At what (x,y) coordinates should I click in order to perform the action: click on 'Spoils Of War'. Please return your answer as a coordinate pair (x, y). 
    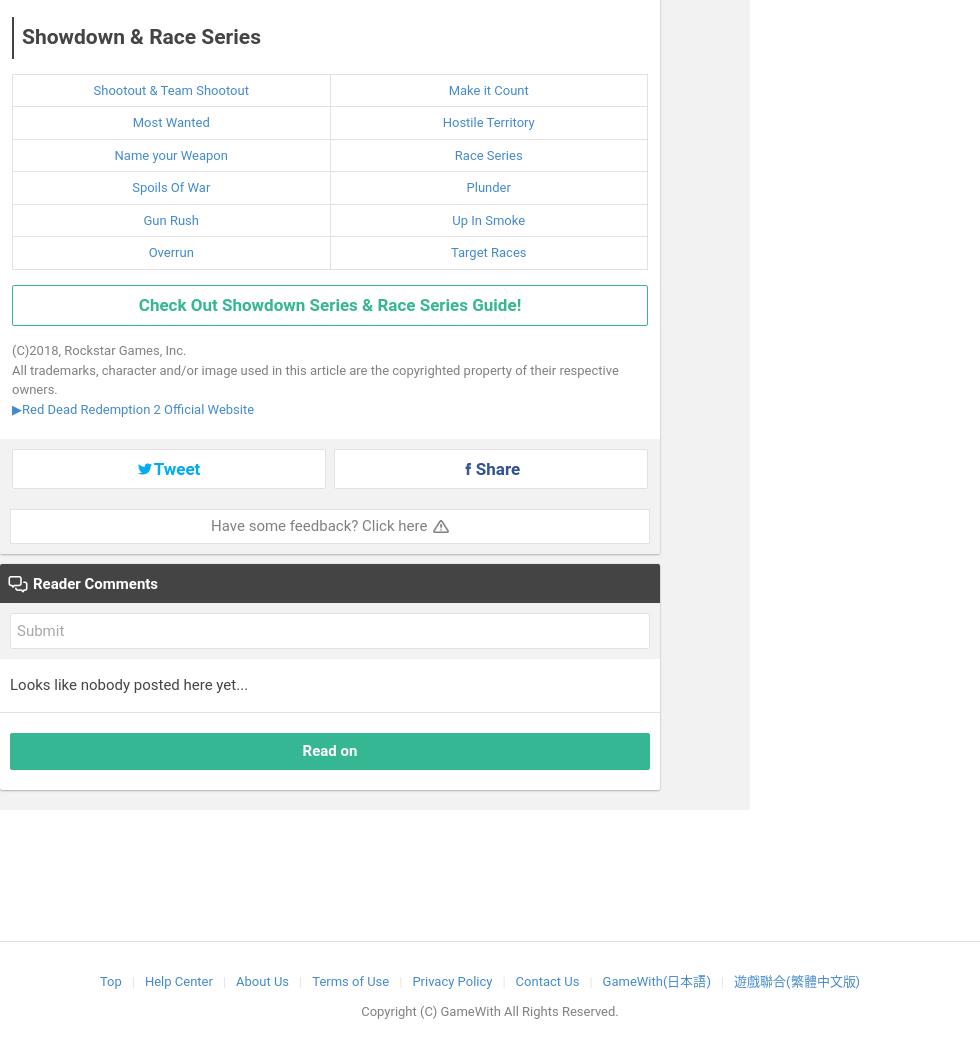
    Looking at the image, I should click on (171, 186).